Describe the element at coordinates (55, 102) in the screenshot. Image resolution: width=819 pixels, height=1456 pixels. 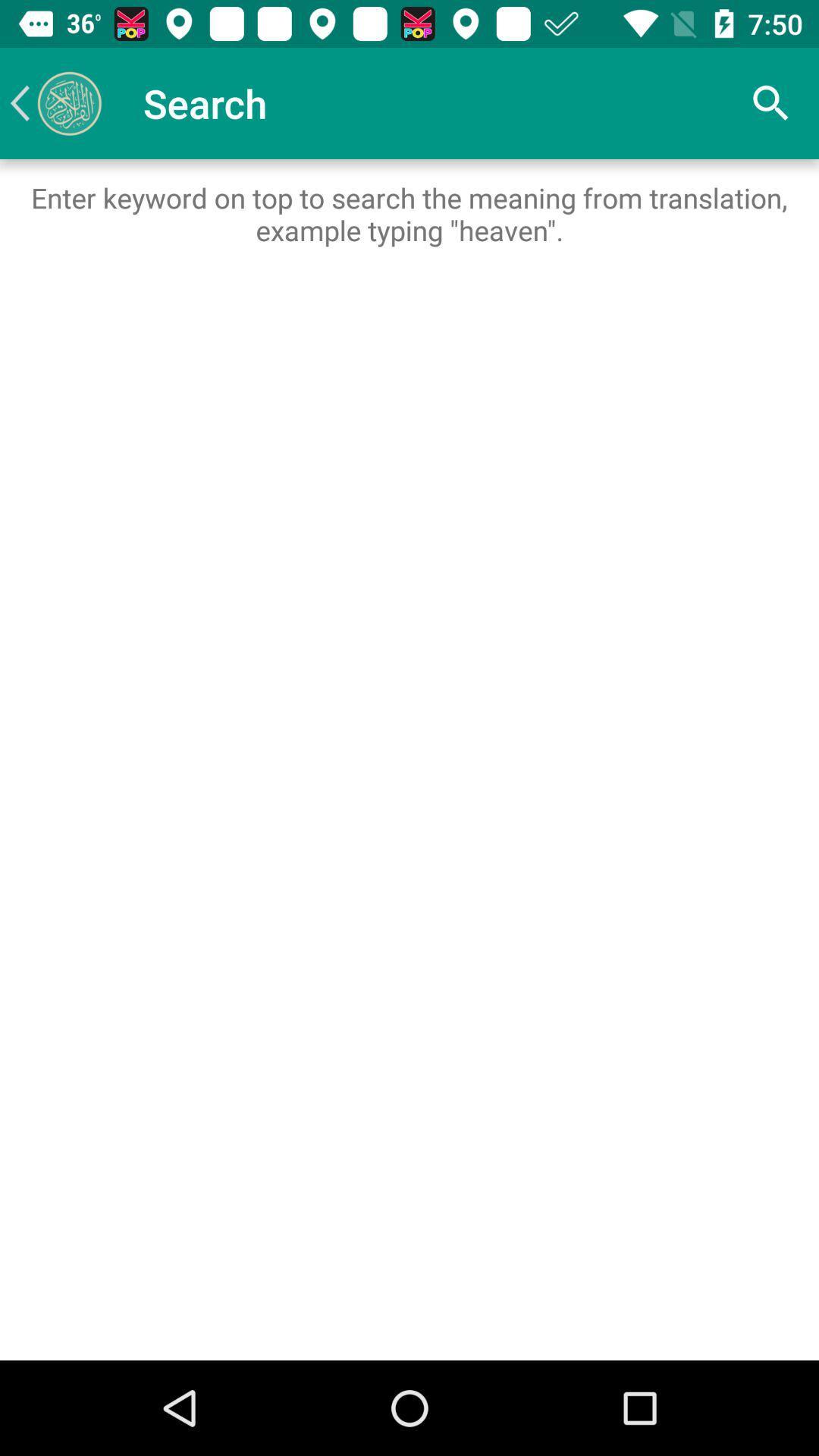
I see `item next to the search icon` at that location.